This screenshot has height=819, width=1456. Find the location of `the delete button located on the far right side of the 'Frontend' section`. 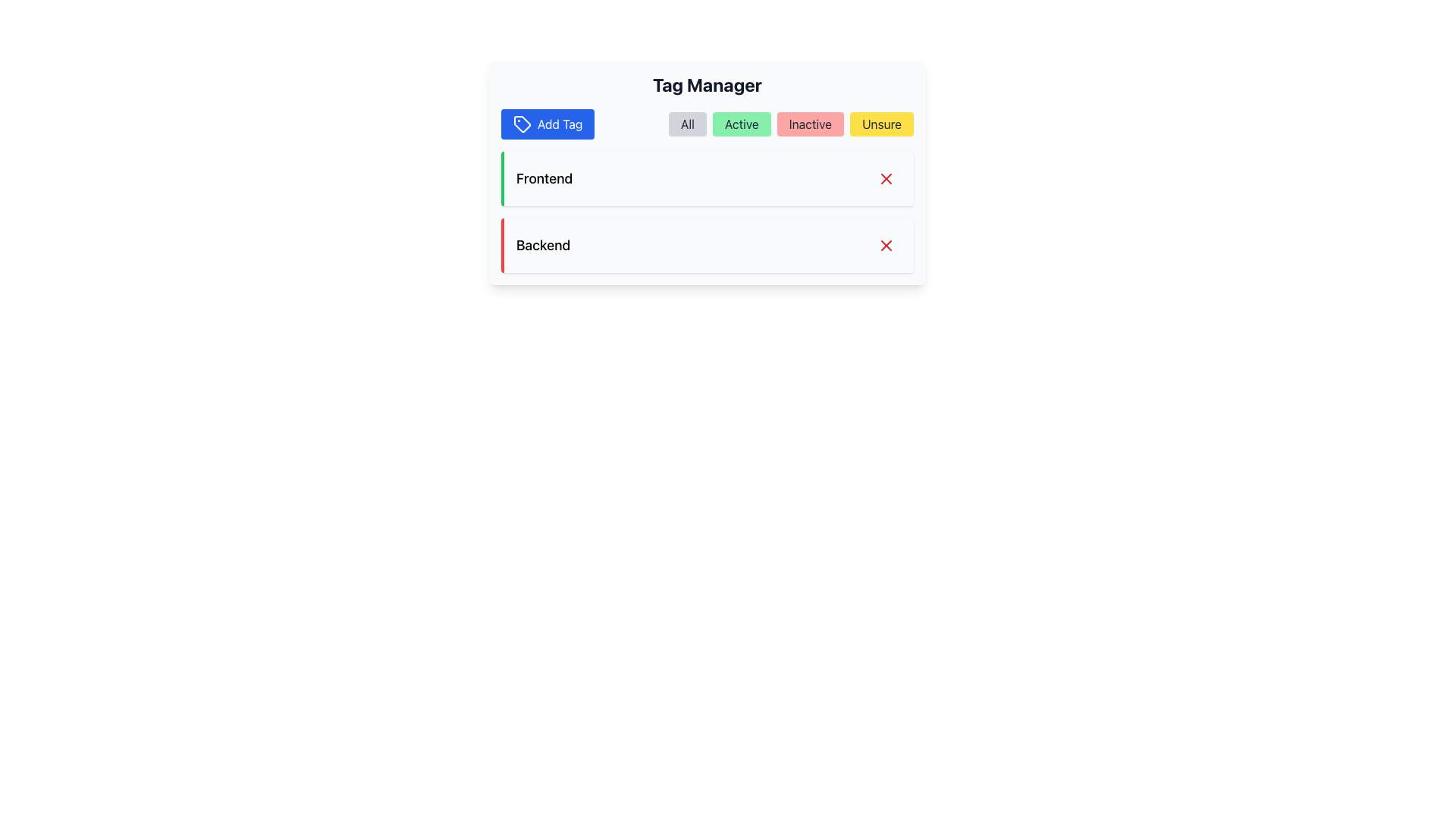

the delete button located on the far right side of the 'Frontend' section is located at coordinates (886, 177).